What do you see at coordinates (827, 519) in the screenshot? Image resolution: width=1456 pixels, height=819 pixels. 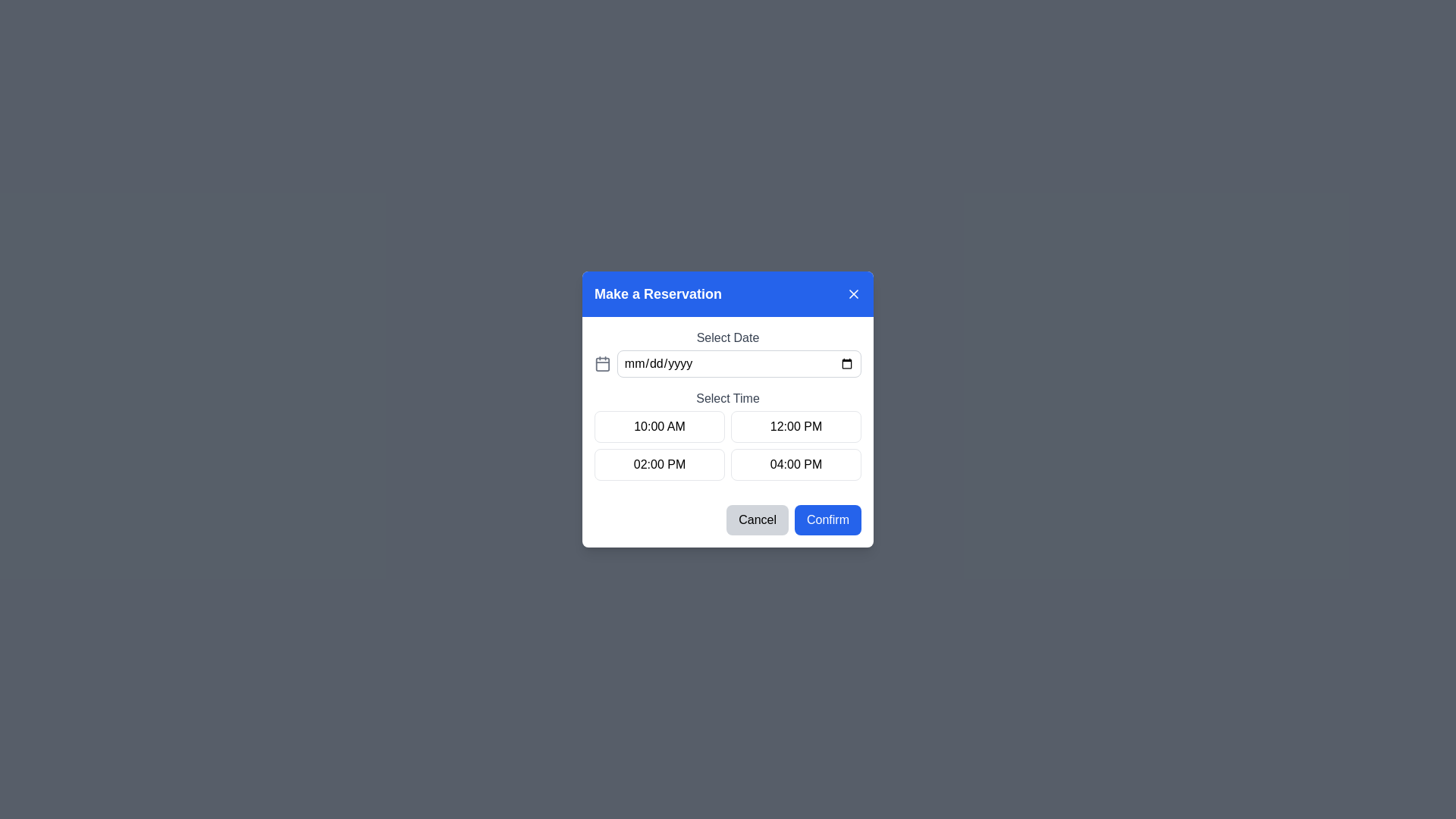 I see `the 'Confirm' button, which is a rectangular button with white text on a blue background, located at the bottom-right of the dialog box, below the date and time selection options` at bounding box center [827, 519].